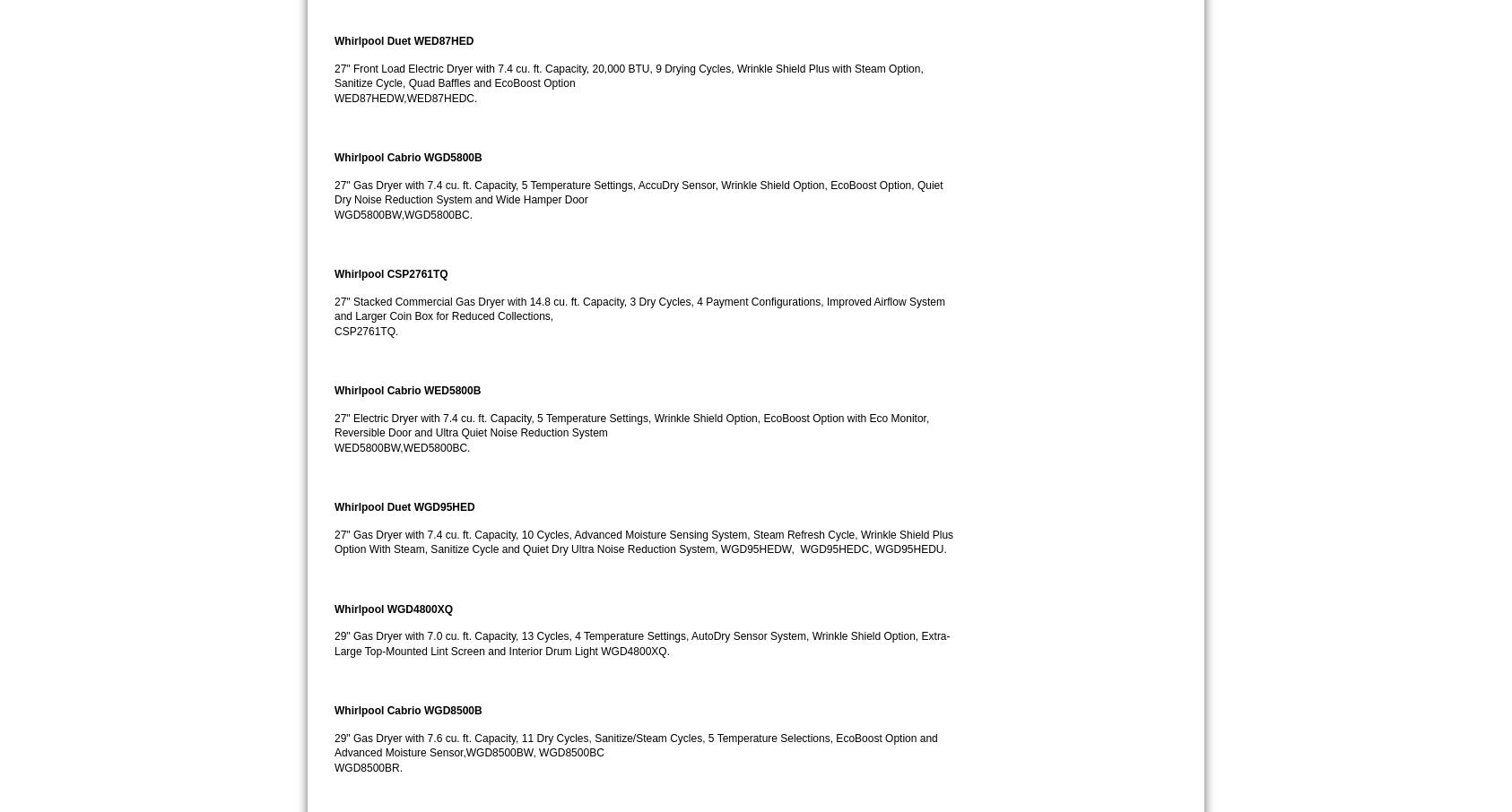 The width and height of the screenshot is (1512, 812). I want to click on 'Whirlpool CSP2761TQ', so click(333, 272).